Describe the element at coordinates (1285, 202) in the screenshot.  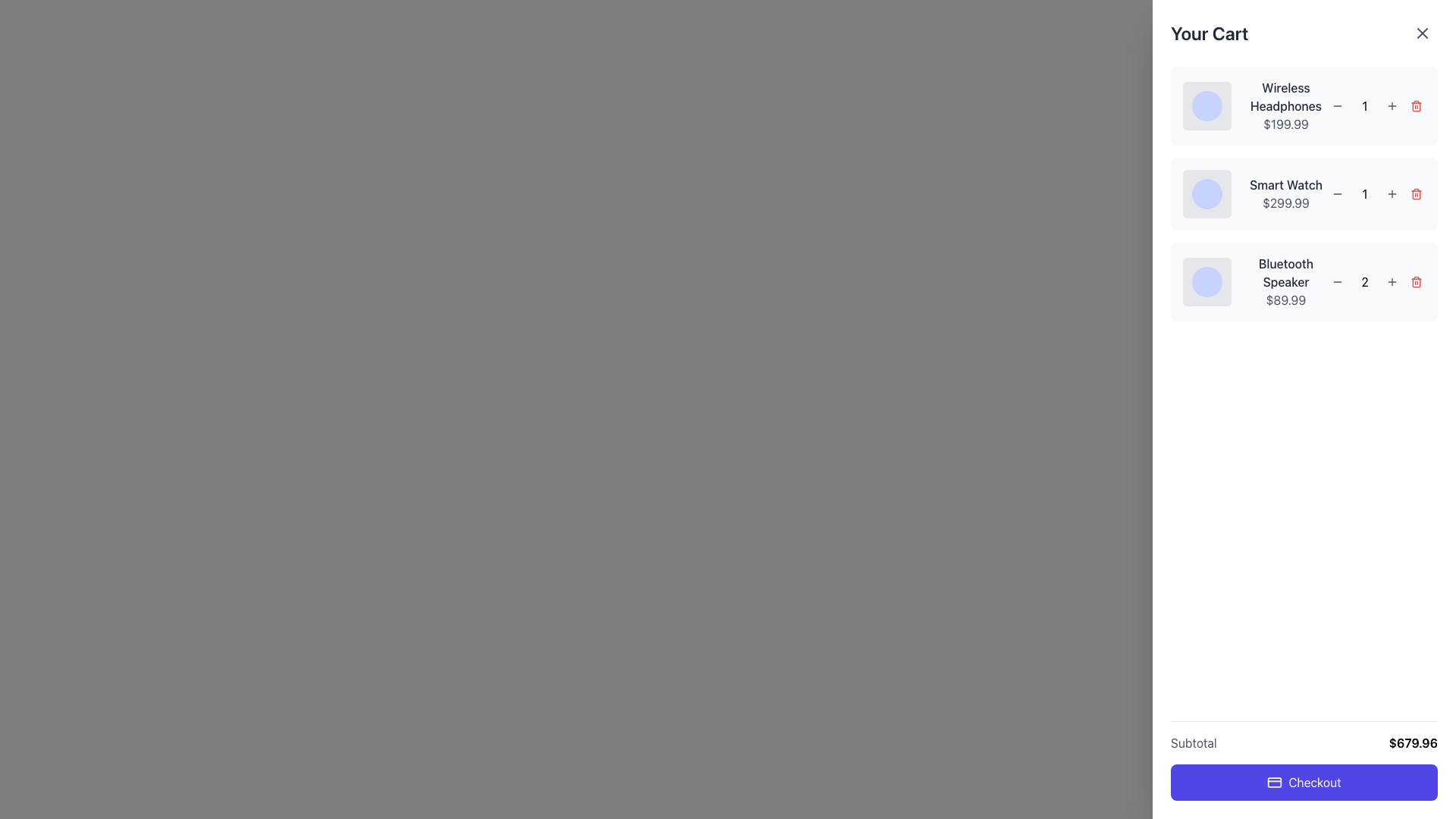
I see `the price label for 'Smart Watch' in the shopping cart, which is located under the 'Your Cart' section, positioned to the right of the interface` at that location.